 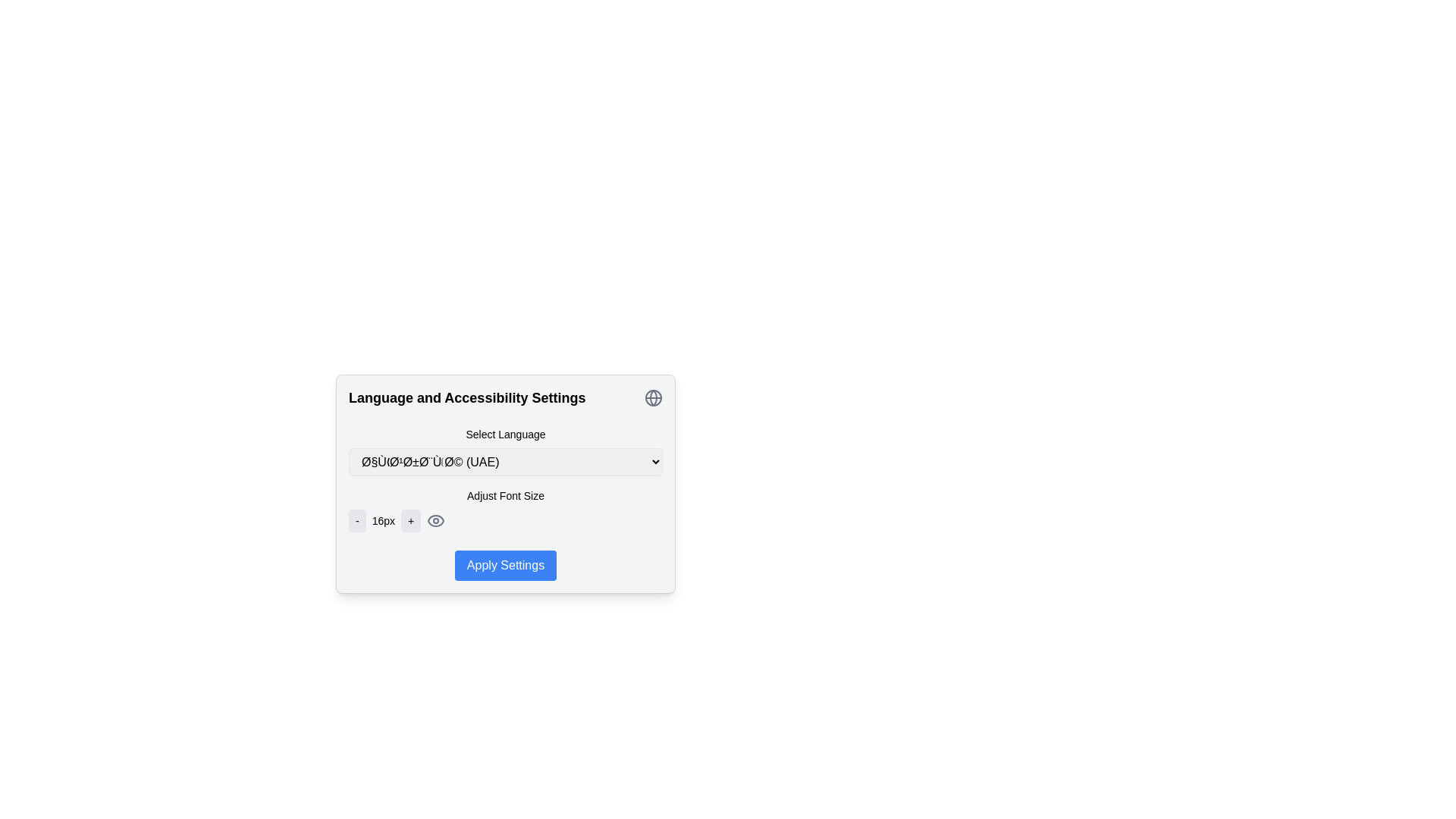 What do you see at coordinates (654, 397) in the screenshot?
I see `the decorative SVG circle representing the circular boundary of the globe icon located in the top-right corner of the settings interface` at bounding box center [654, 397].